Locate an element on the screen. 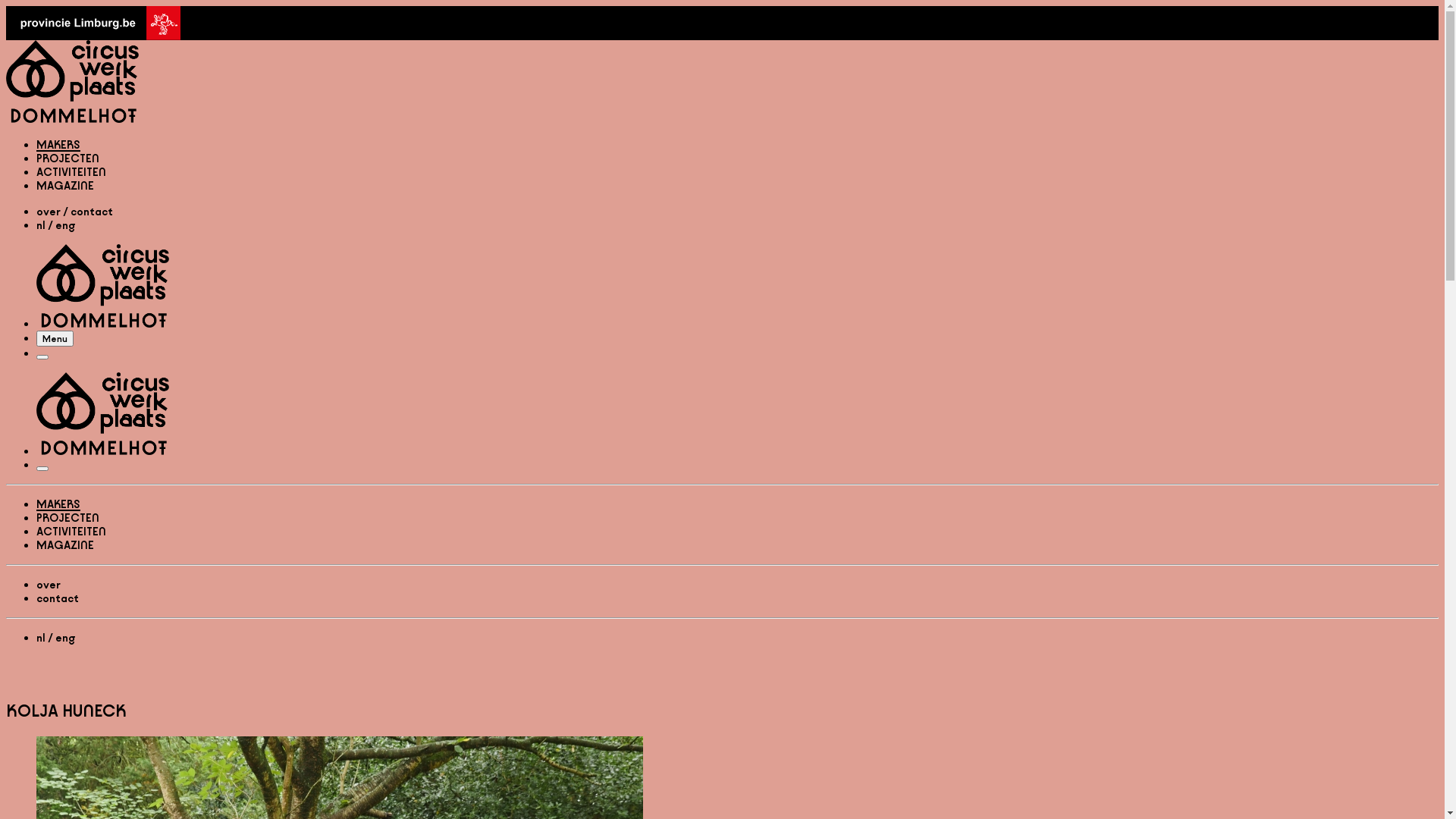 The width and height of the screenshot is (1456, 819). 'PROJECTEN' is located at coordinates (67, 516).